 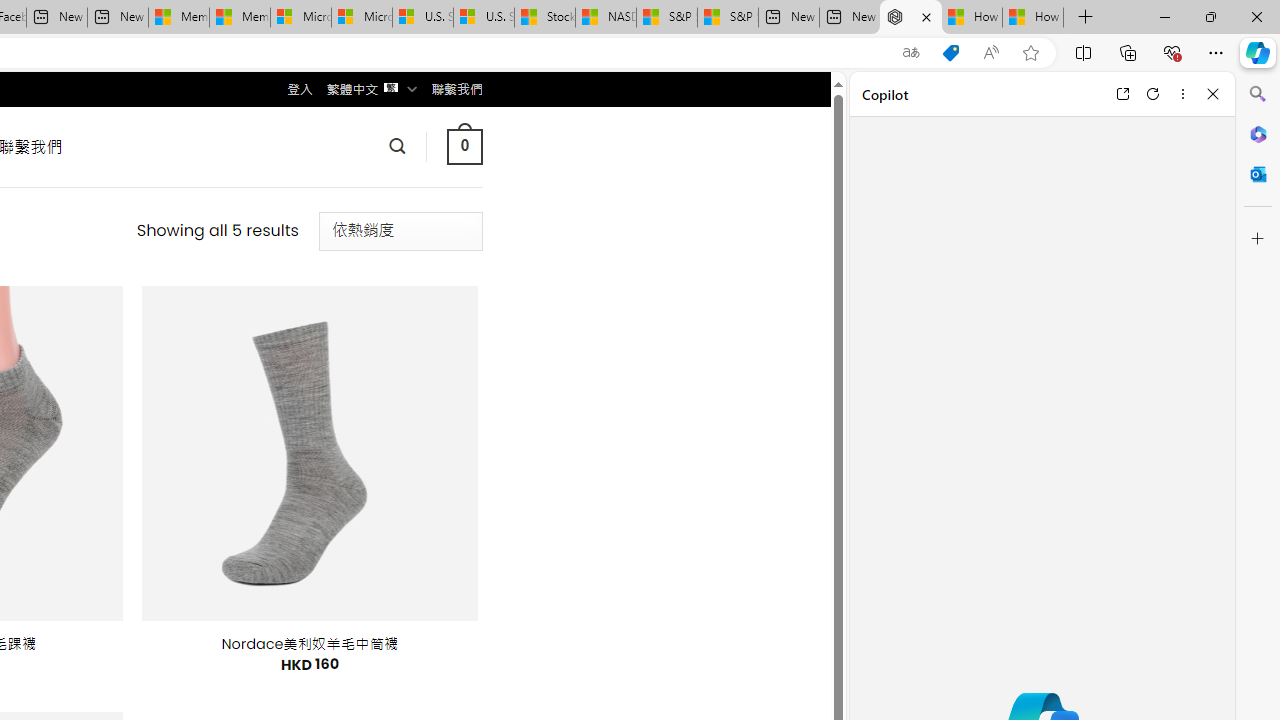 What do you see at coordinates (1257, 173) in the screenshot?
I see `'Outlook'` at bounding box center [1257, 173].